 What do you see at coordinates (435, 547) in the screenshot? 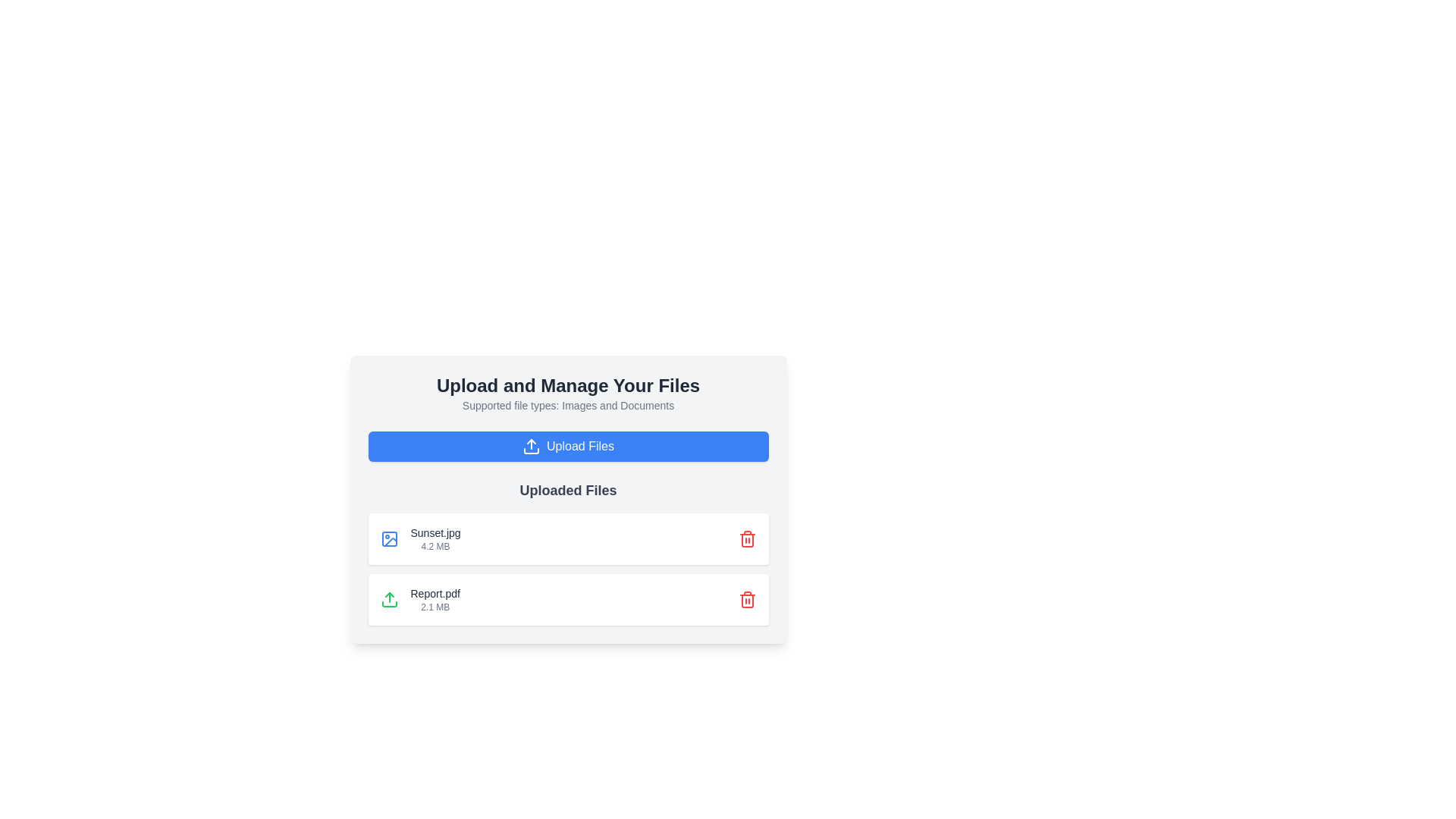
I see `information displayed in the text label showing '4.2 MB', which is located below the file name 'Sunset.jpg' in the file's detail card within the 'Uploaded Files' section` at bounding box center [435, 547].